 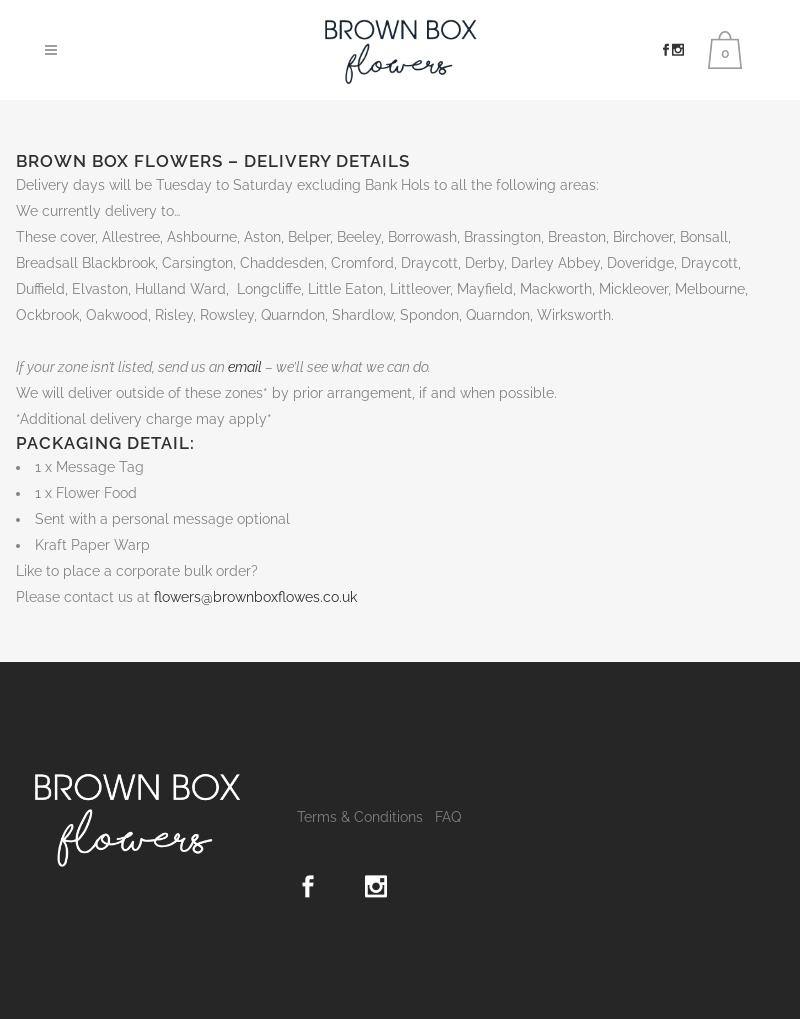 What do you see at coordinates (538, 181) in the screenshot?
I see `'Basket'` at bounding box center [538, 181].